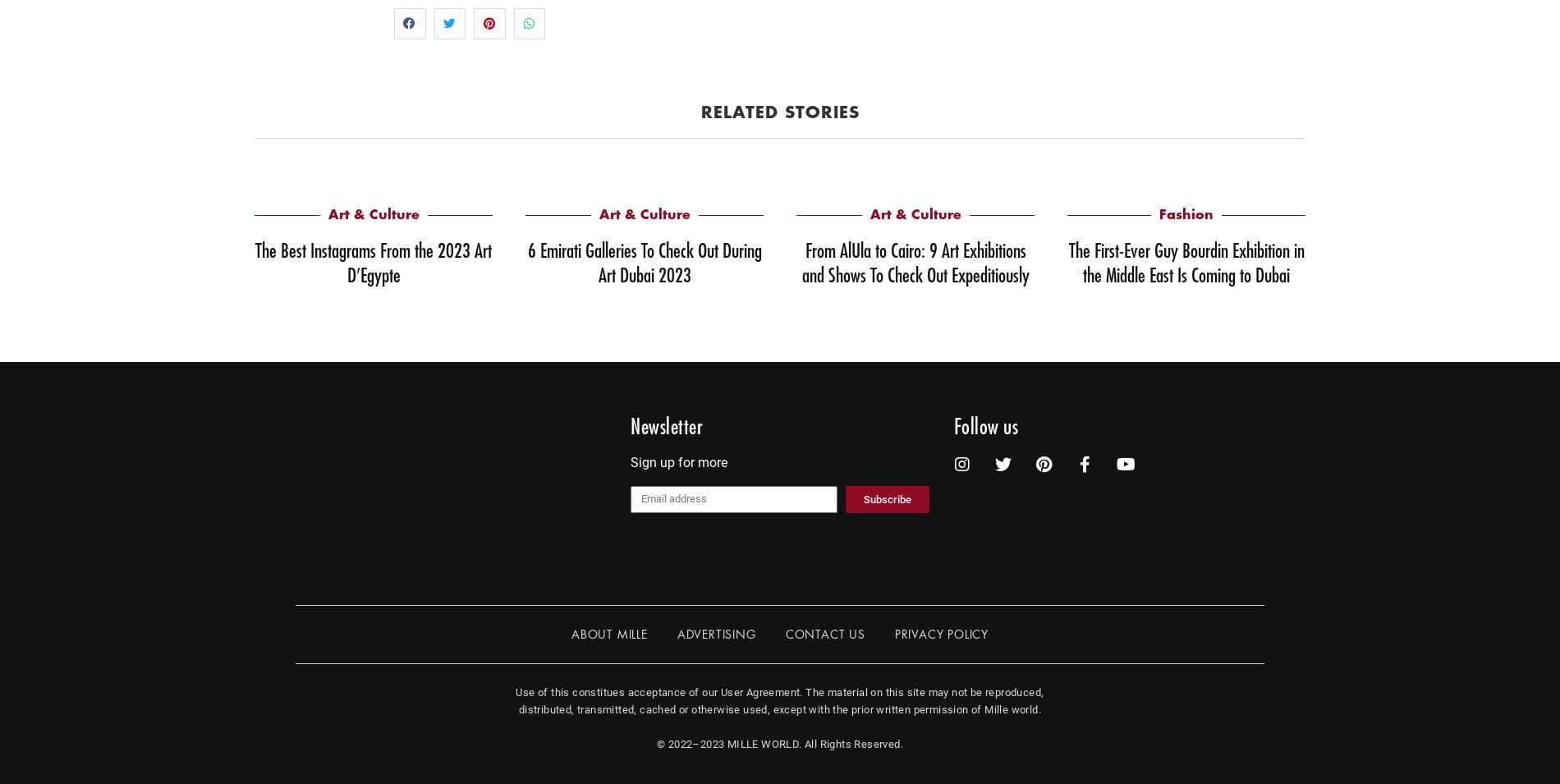  What do you see at coordinates (643, 262) in the screenshot?
I see `'6 Emirati Galleries To Check Out During Art Dubai 2023'` at bounding box center [643, 262].